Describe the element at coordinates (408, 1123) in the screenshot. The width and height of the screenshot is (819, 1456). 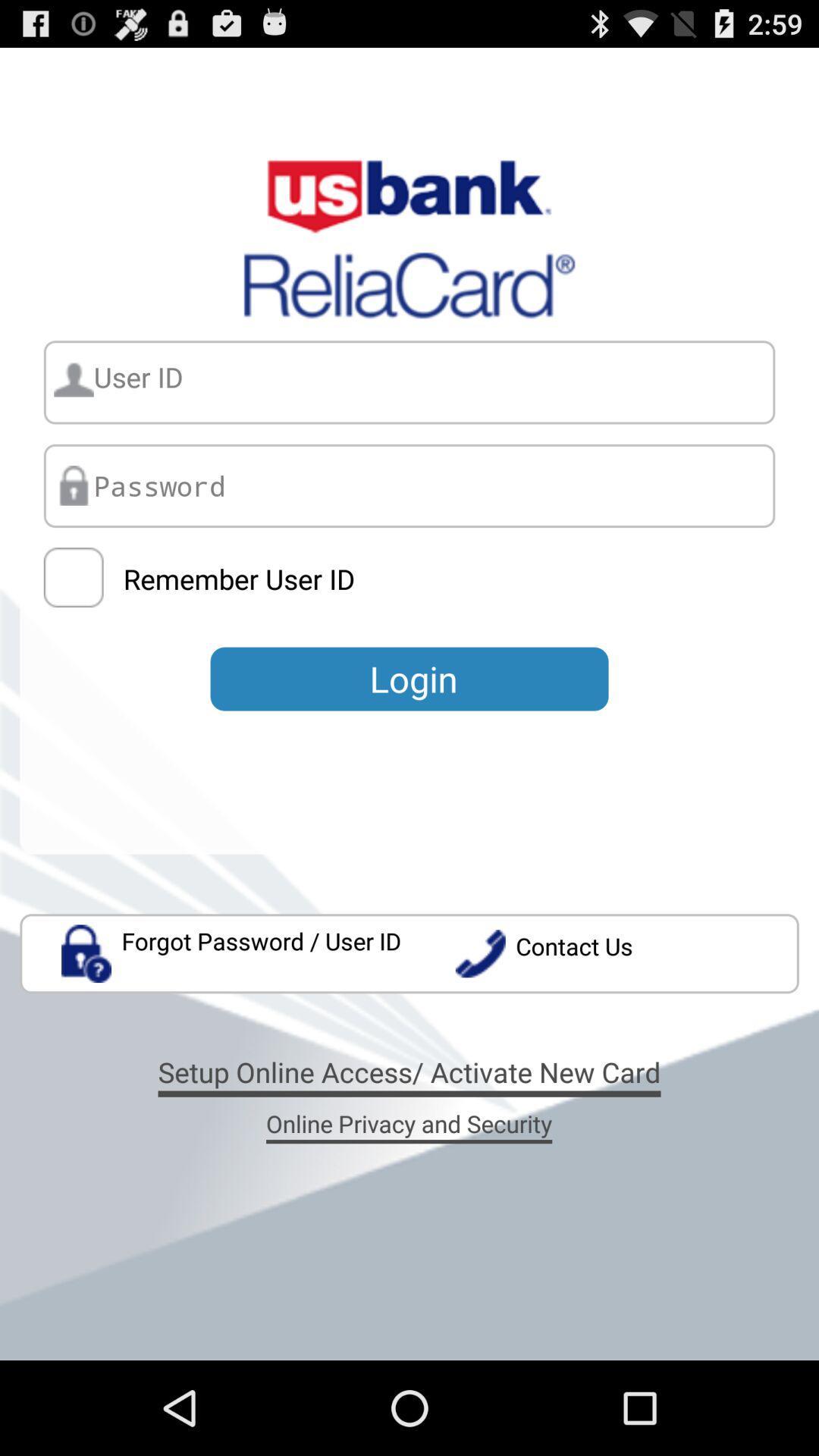
I see `the online privacy and app` at that location.